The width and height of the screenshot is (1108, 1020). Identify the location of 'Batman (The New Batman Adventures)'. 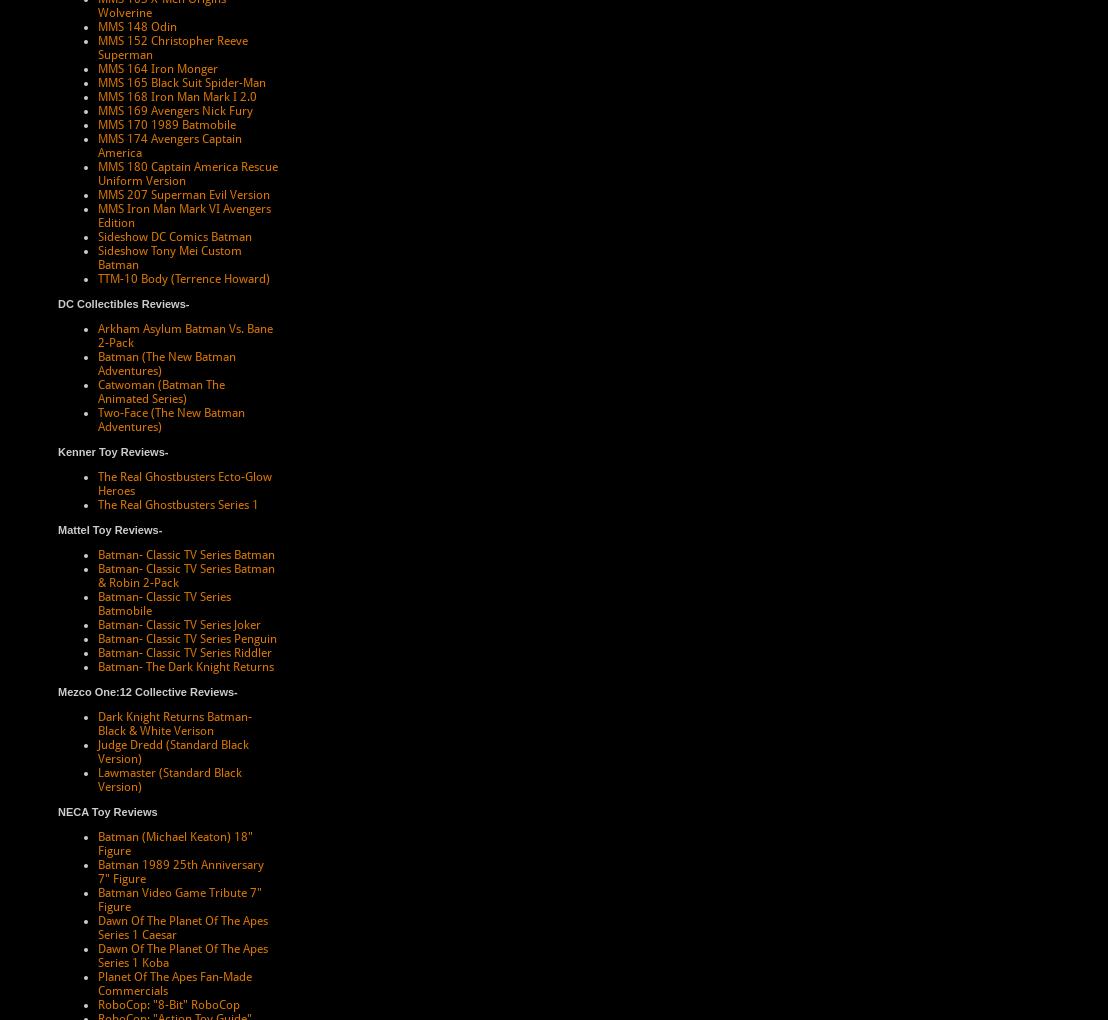
(165, 363).